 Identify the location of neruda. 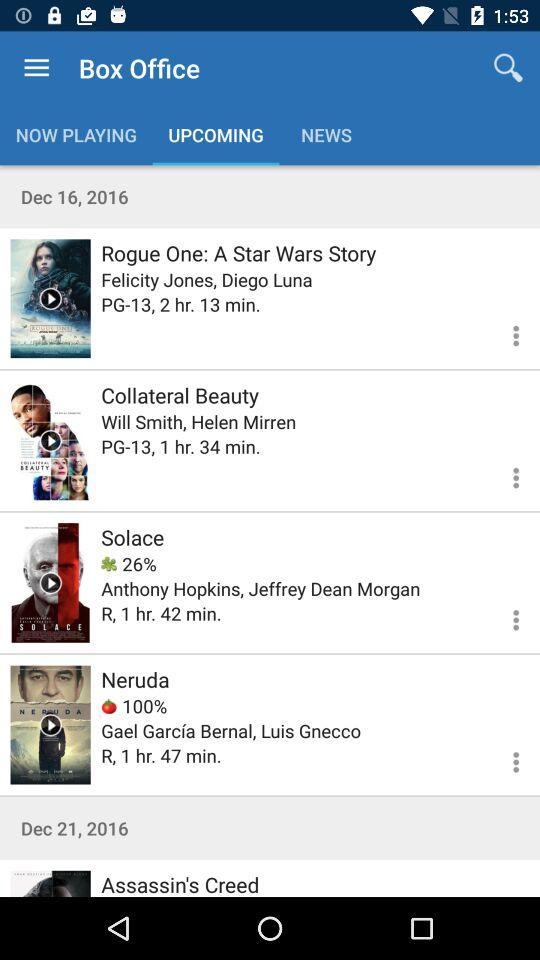
(50, 724).